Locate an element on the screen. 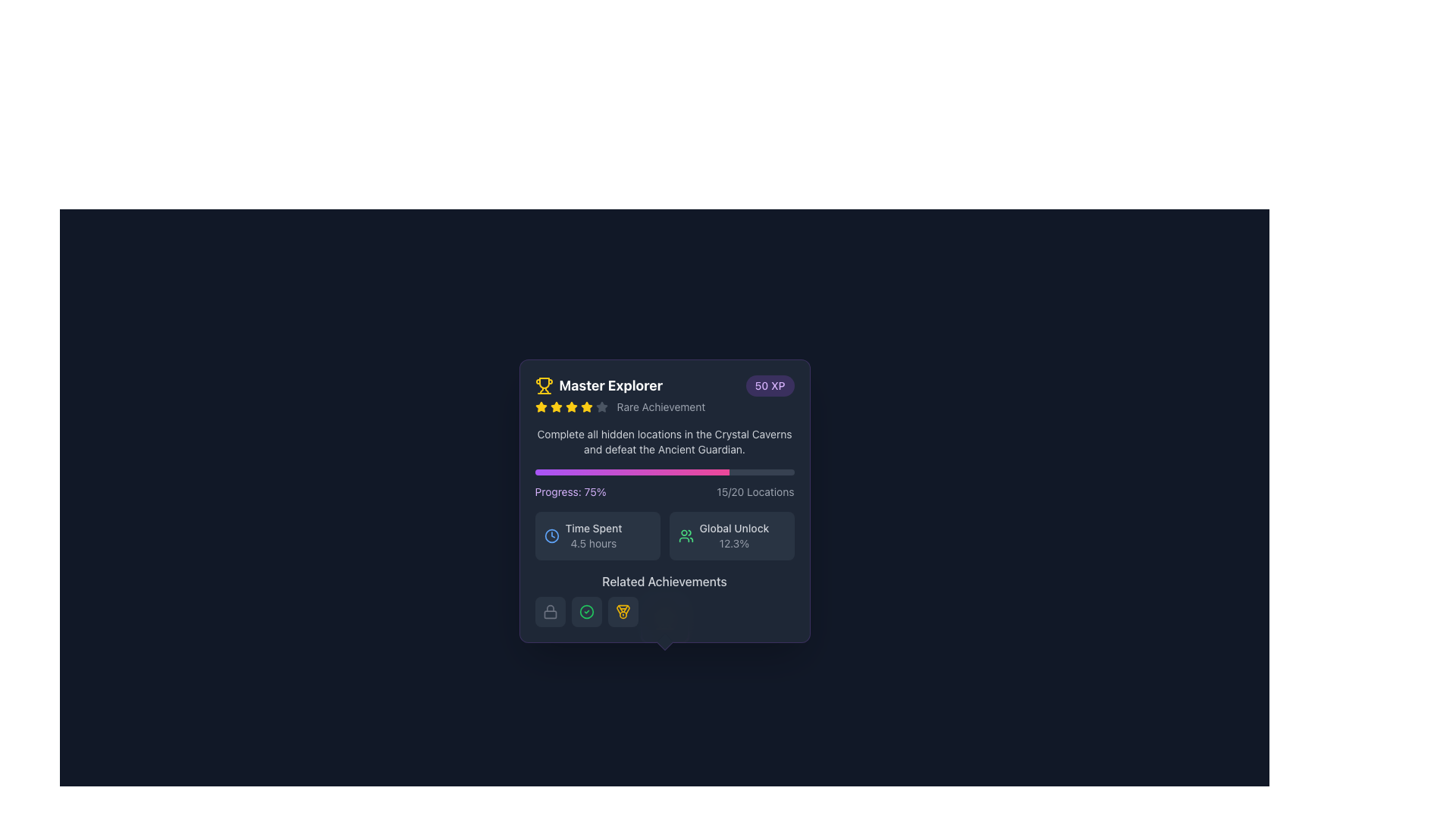  the small rectangular shape with rounded edges that represents the body of the lock icon in the lower section of the 'Related Achievements' information card is located at coordinates (549, 614).